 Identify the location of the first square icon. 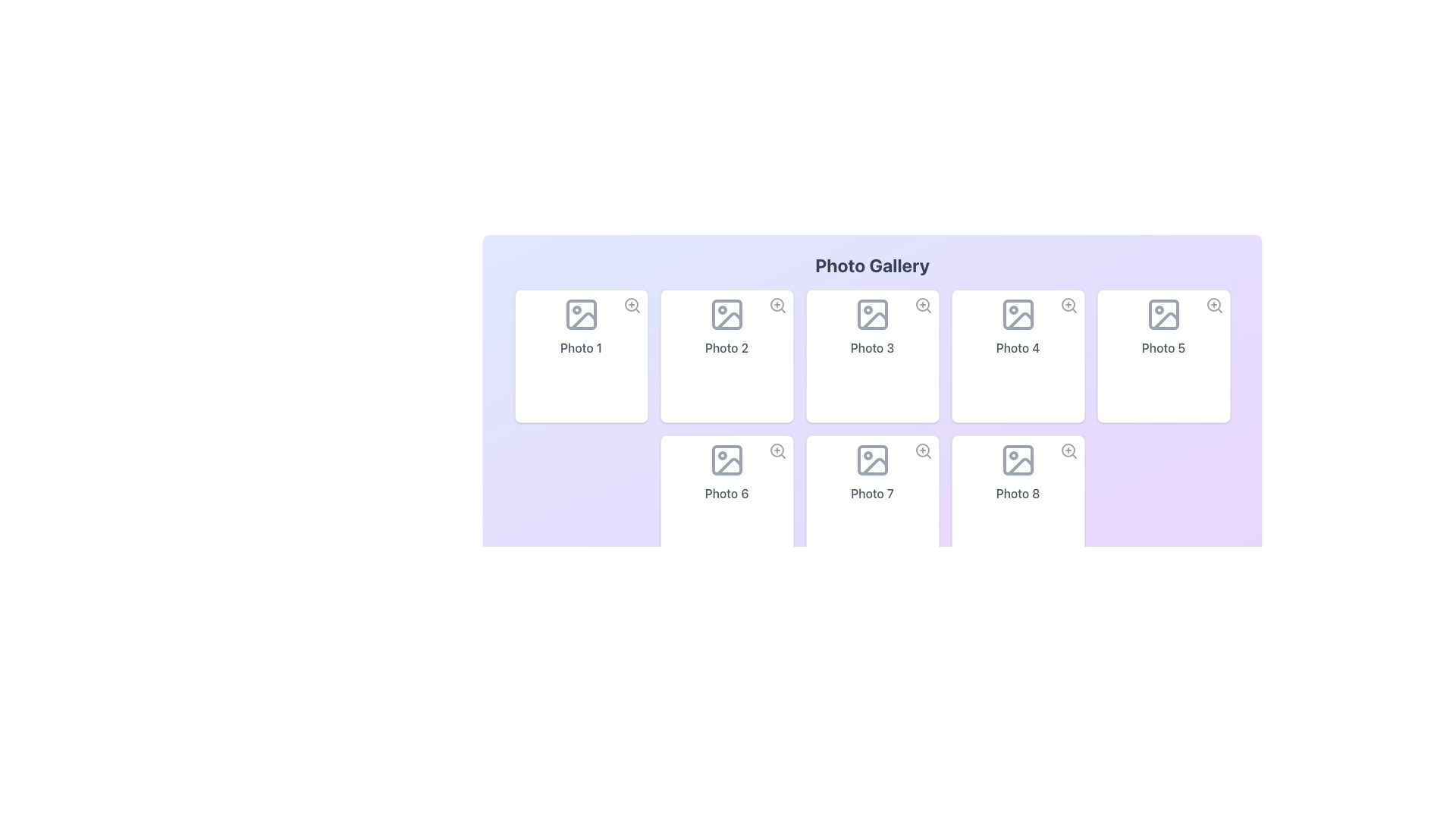
(580, 314).